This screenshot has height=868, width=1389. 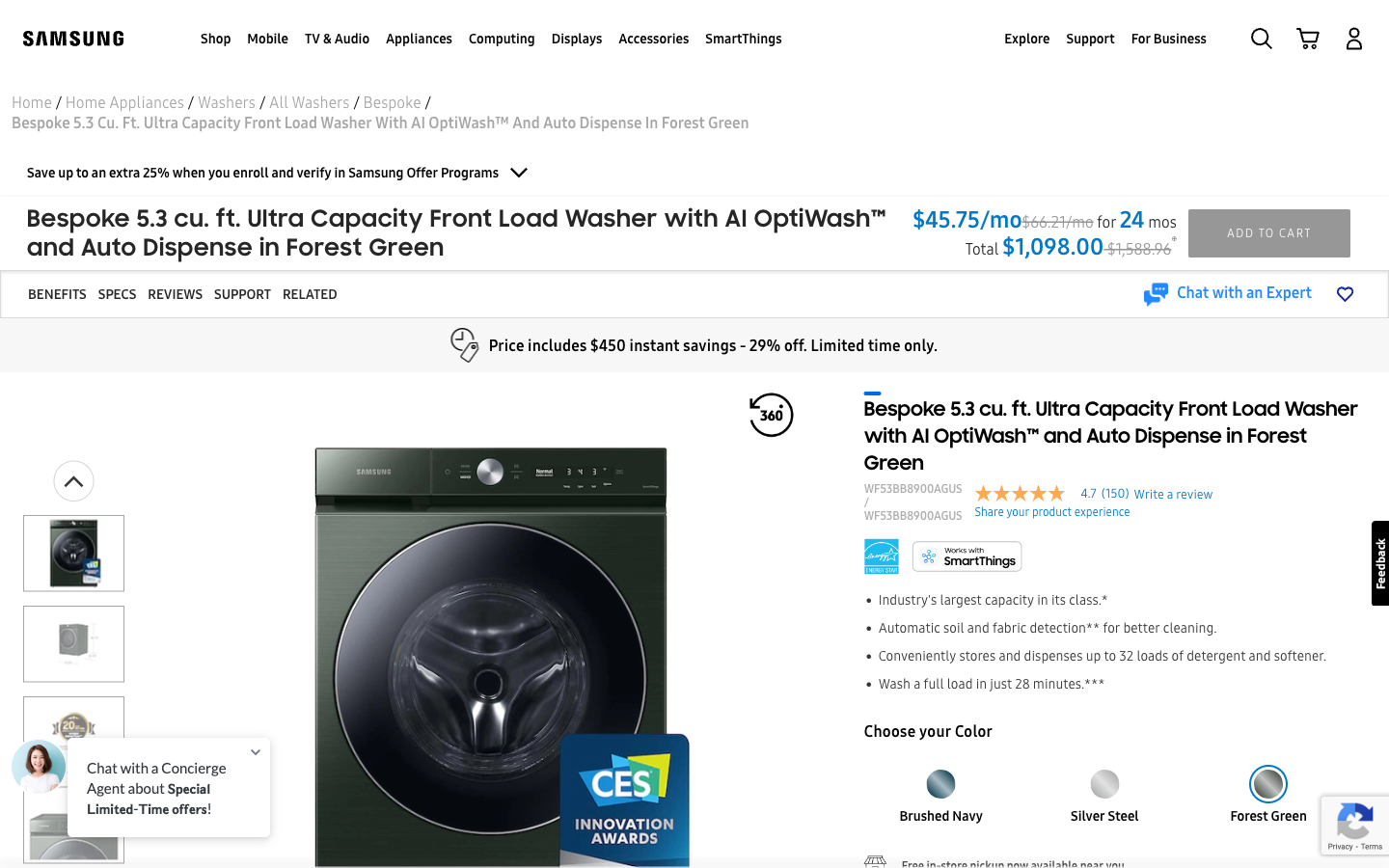 What do you see at coordinates (1227, 293) in the screenshot?
I see `a conversation with an expert by selecting the chat option` at bounding box center [1227, 293].